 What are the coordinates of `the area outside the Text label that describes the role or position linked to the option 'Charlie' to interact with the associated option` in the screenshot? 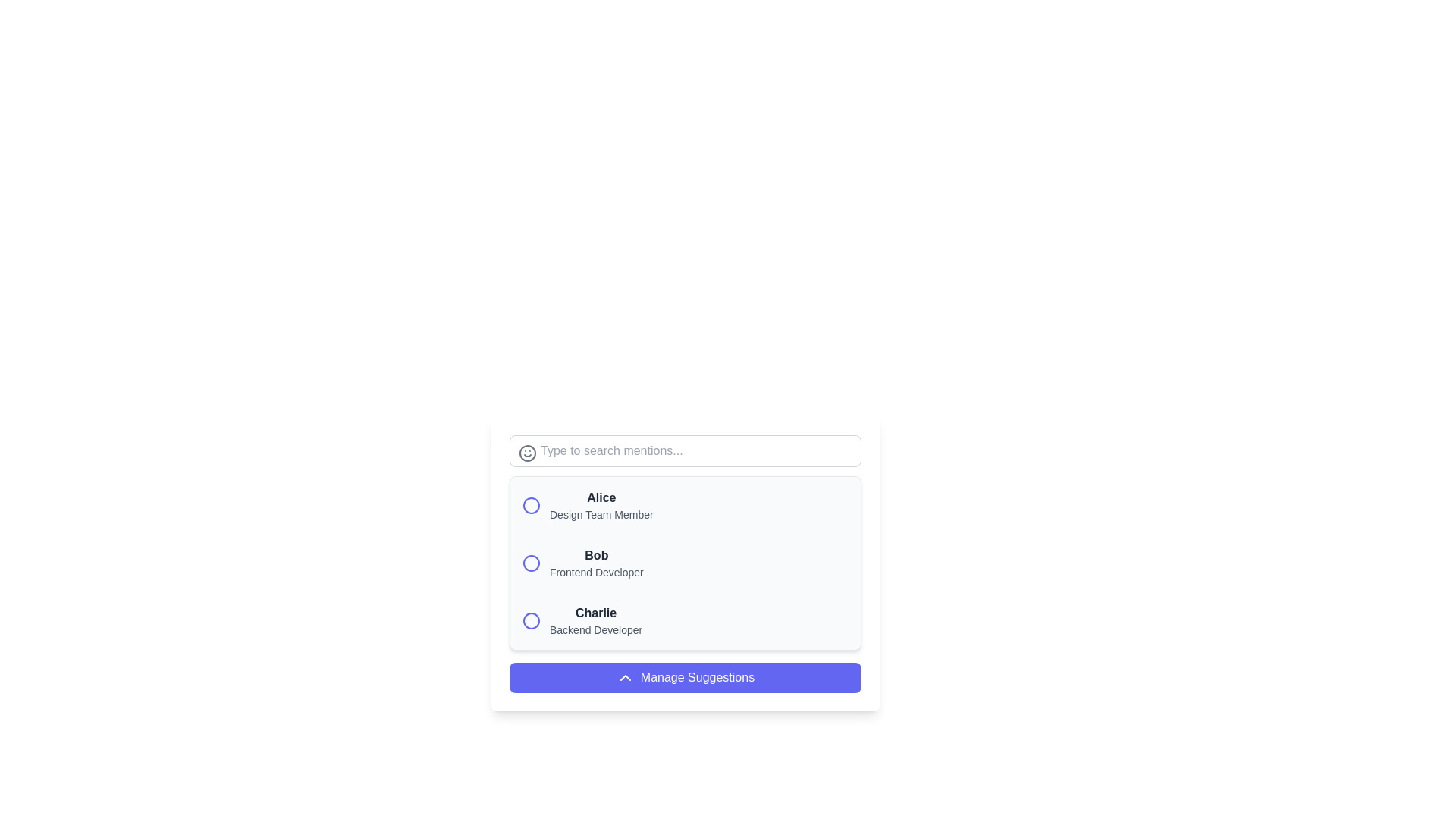 It's located at (595, 629).